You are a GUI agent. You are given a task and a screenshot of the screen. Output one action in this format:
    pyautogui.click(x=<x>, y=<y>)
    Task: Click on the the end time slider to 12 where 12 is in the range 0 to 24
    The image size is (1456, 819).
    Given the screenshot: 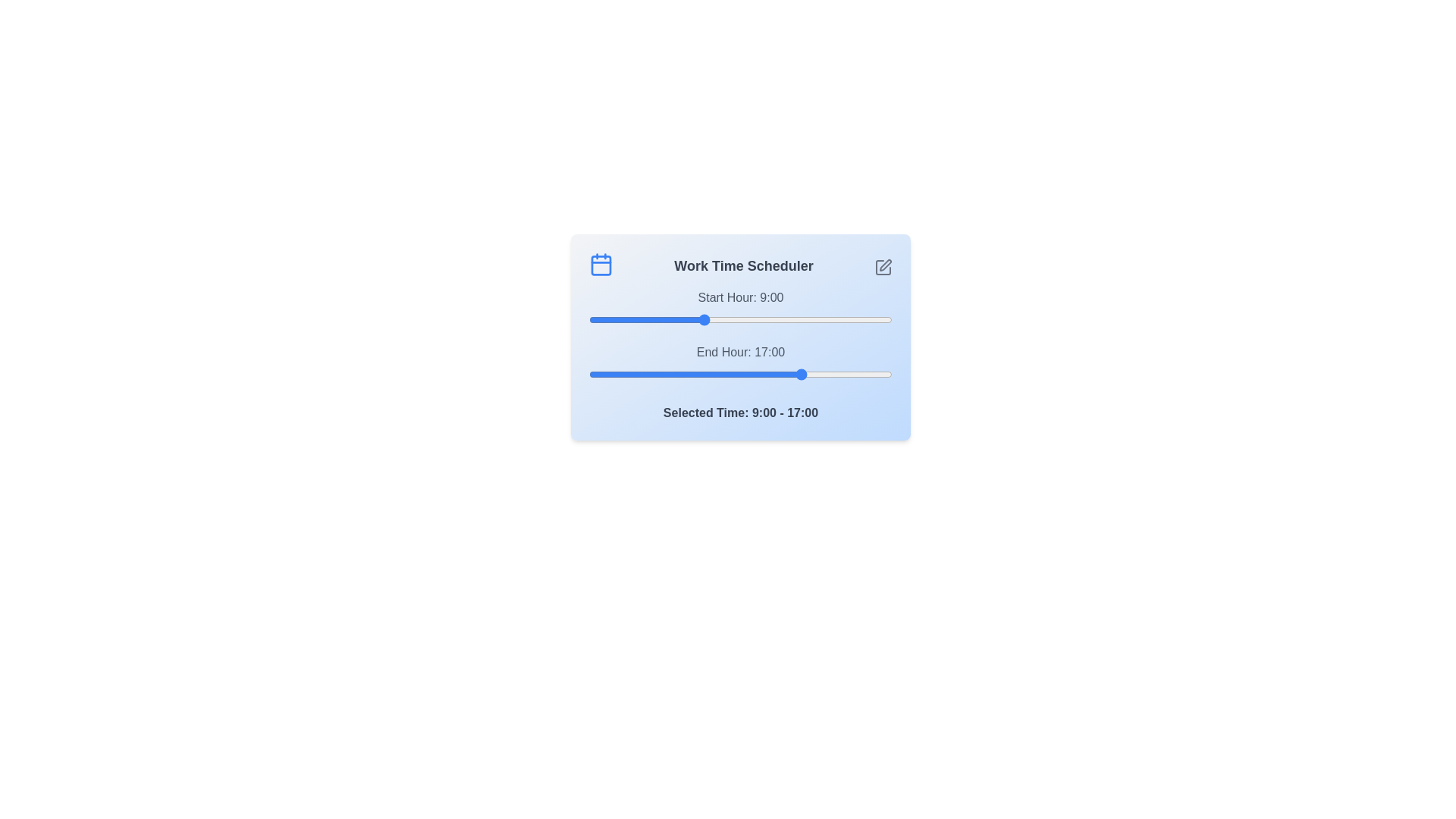 What is the action you would take?
    pyautogui.click(x=741, y=374)
    